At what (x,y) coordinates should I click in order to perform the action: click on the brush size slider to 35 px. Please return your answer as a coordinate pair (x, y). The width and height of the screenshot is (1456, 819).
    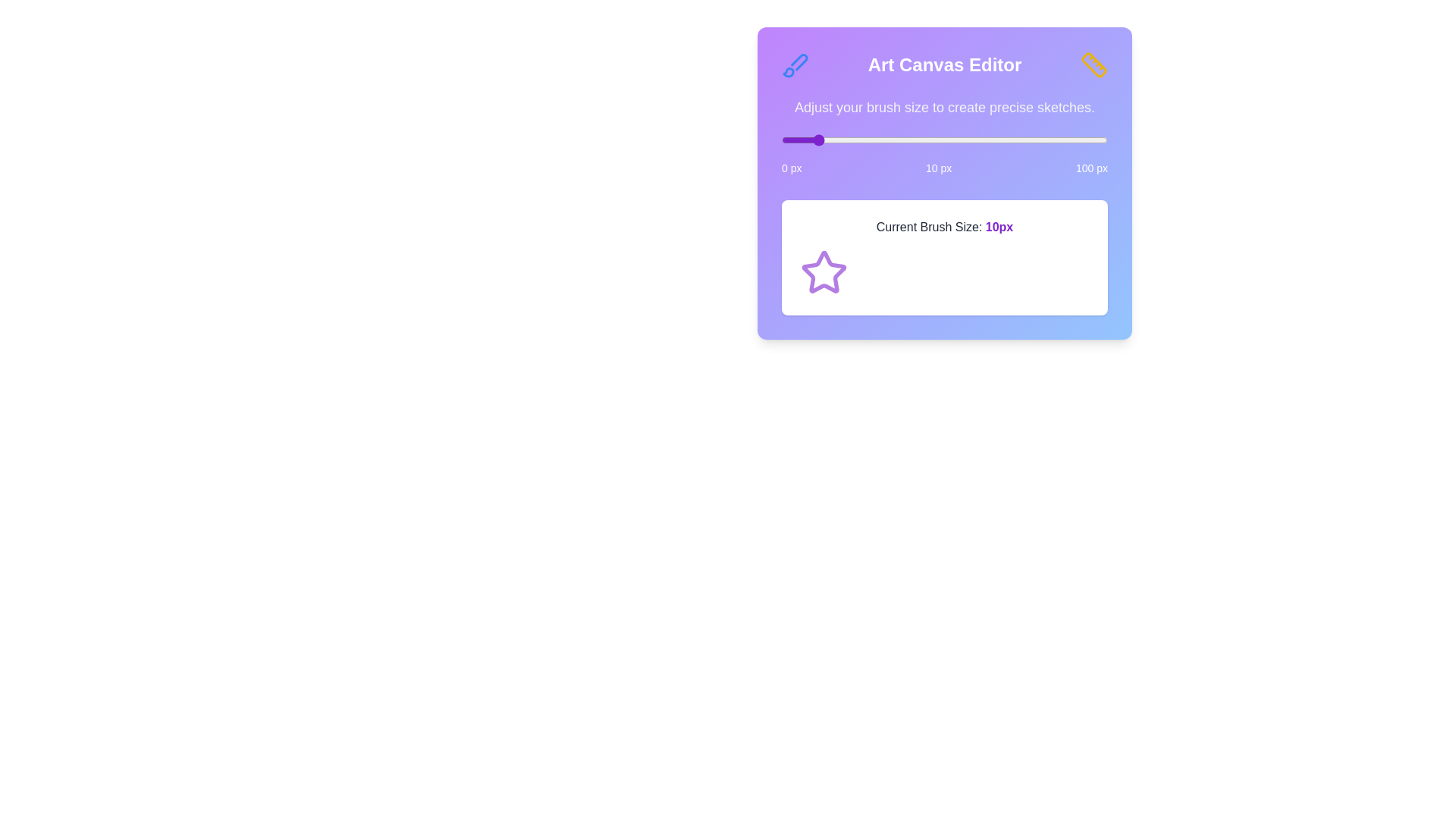
    Looking at the image, I should click on (896, 140).